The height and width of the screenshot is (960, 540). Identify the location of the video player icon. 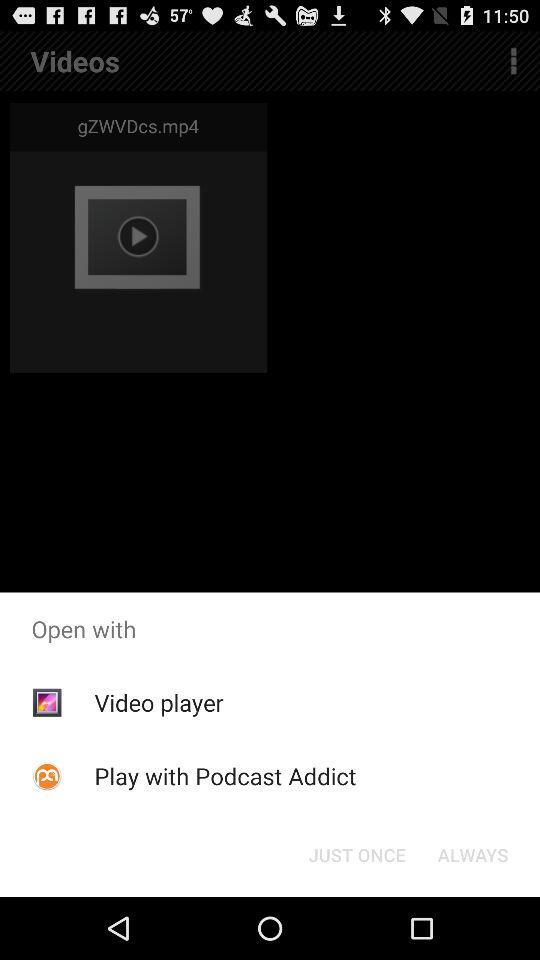
(157, 702).